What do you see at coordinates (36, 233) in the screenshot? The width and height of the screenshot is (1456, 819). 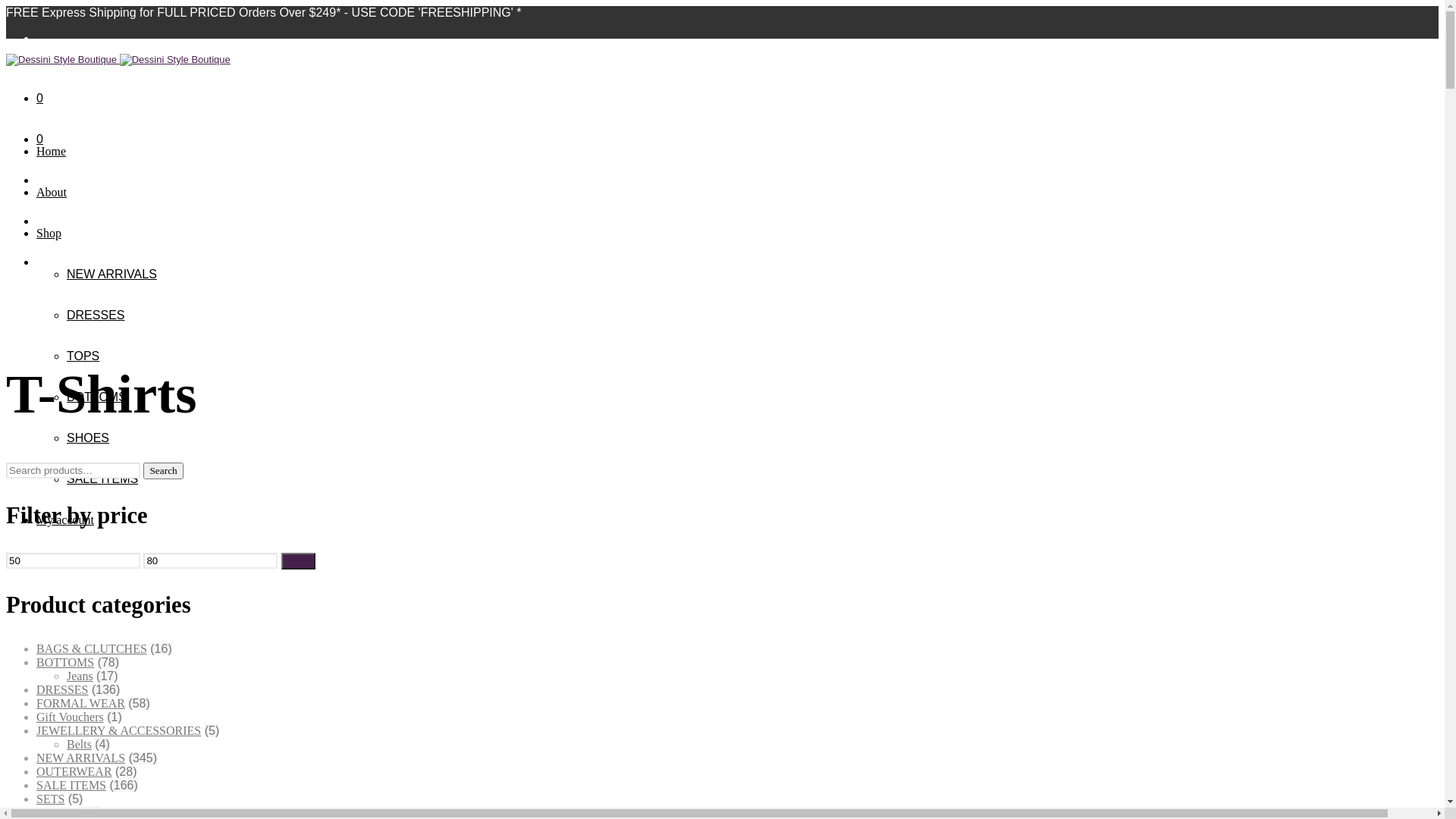 I see `'Shop'` at bounding box center [36, 233].